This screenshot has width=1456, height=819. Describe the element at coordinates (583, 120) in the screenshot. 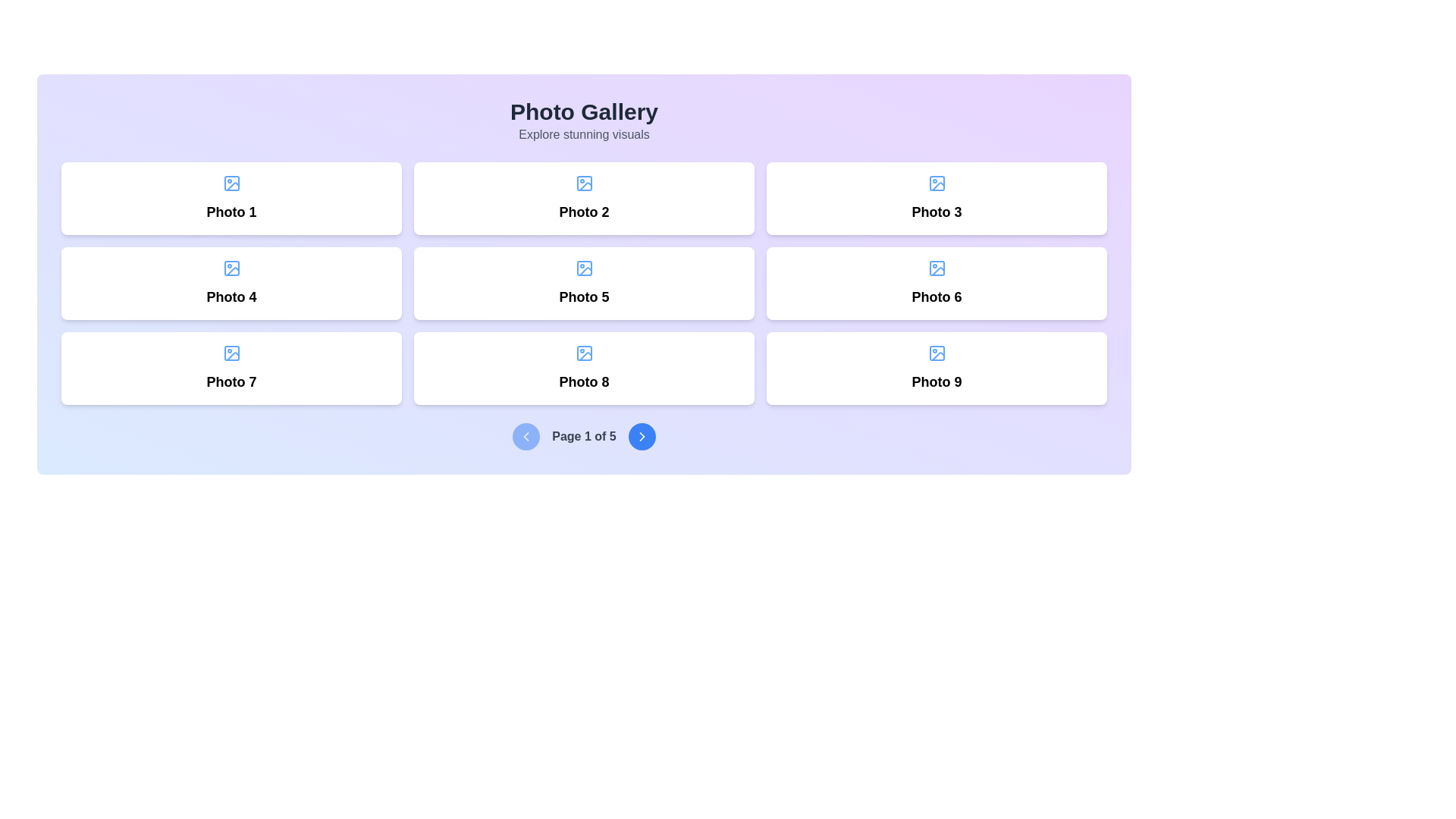

I see `the 'Photo Gallery' text element which serves as a header for the content, prominently displaying 'Photo Gallery' in bold and 'Explore stunning visuals' below it` at that location.